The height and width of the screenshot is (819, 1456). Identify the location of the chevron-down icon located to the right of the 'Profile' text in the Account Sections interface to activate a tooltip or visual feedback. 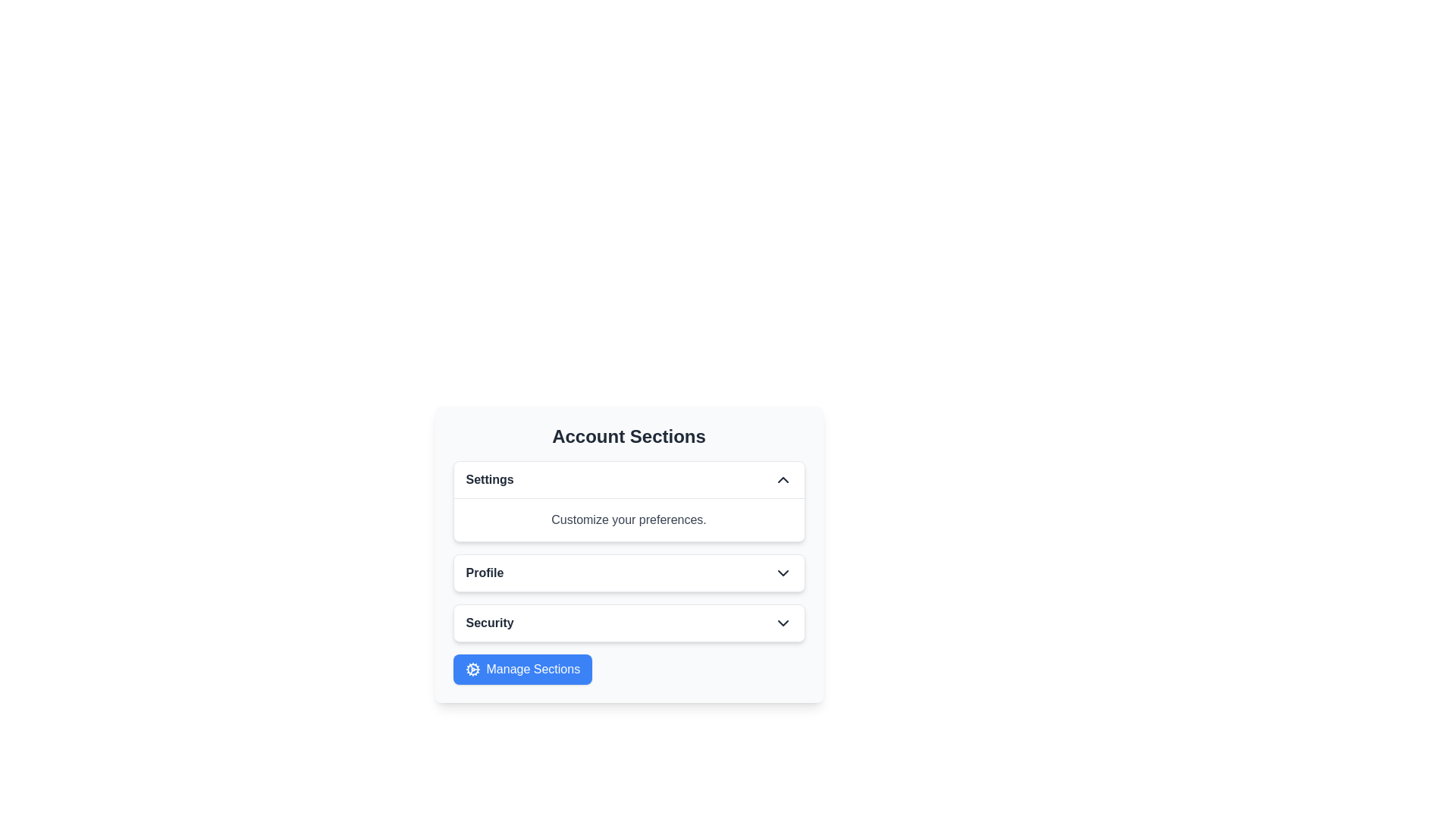
(783, 573).